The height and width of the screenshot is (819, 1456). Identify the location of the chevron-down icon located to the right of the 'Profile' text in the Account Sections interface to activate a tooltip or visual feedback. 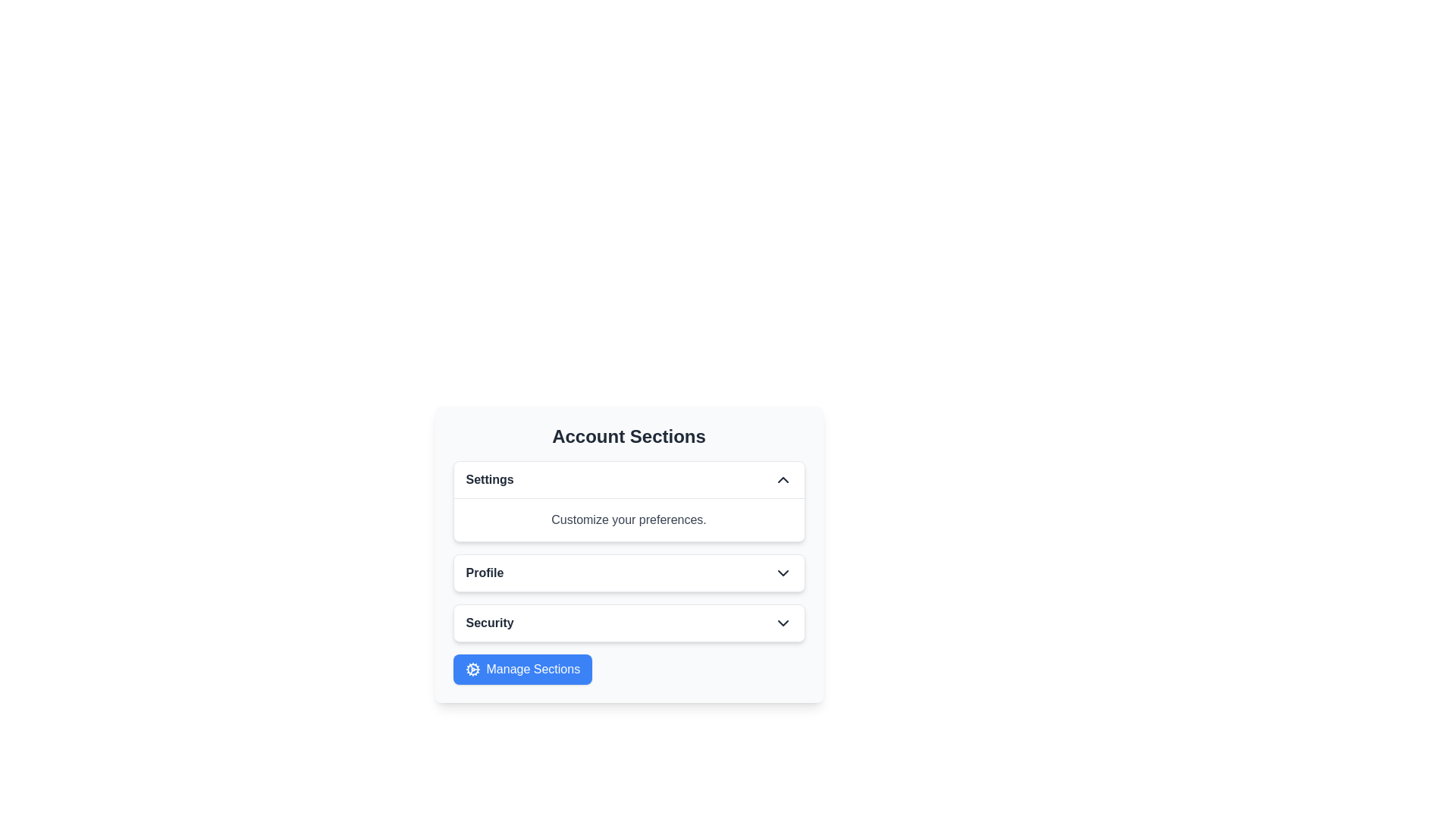
(783, 573).